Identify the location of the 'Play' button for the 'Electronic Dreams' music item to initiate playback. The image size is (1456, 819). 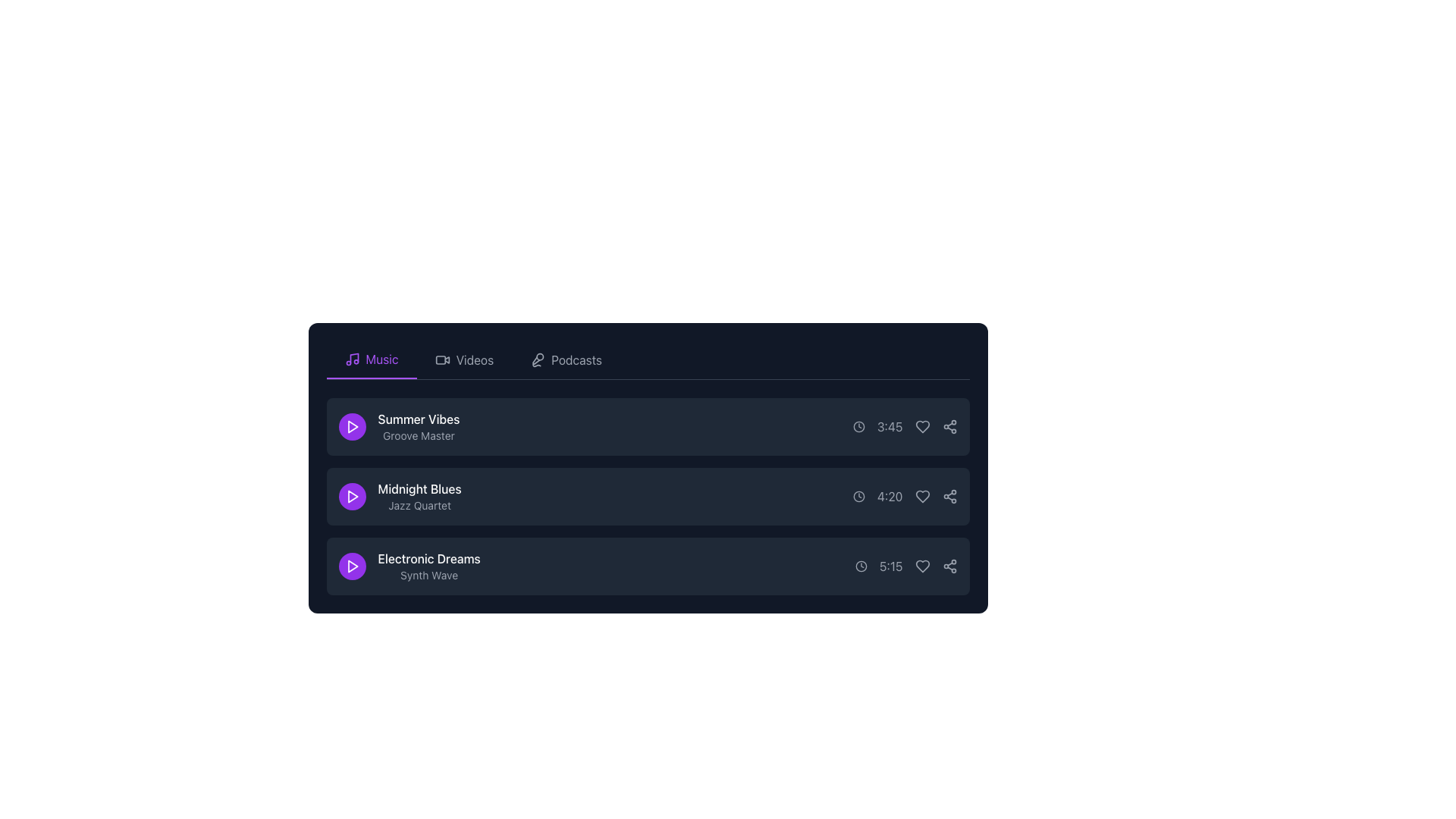
(351, 566).